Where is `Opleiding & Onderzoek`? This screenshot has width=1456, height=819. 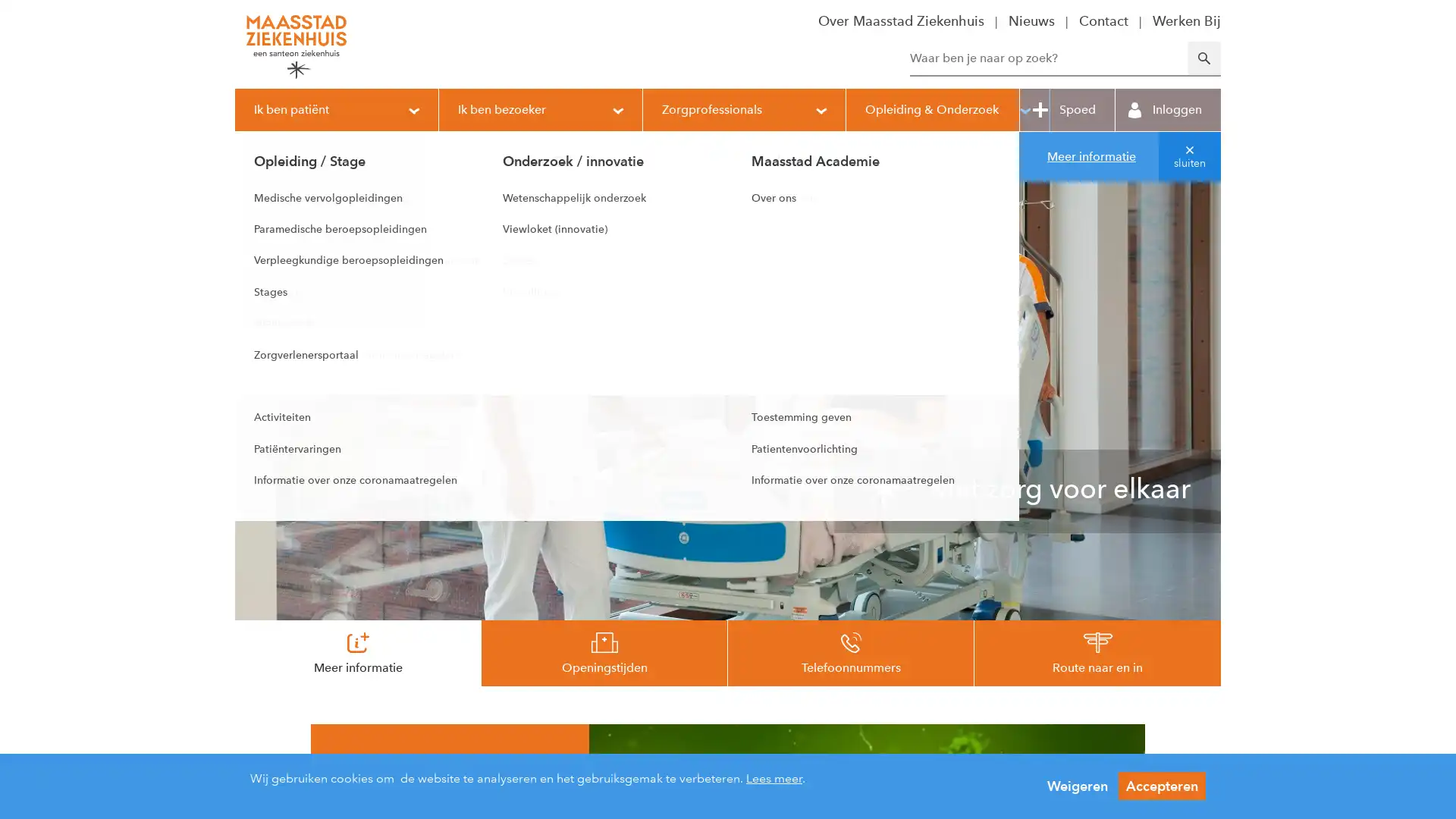
Opleiding & Onderzoek is located at coordinates (946, 109).